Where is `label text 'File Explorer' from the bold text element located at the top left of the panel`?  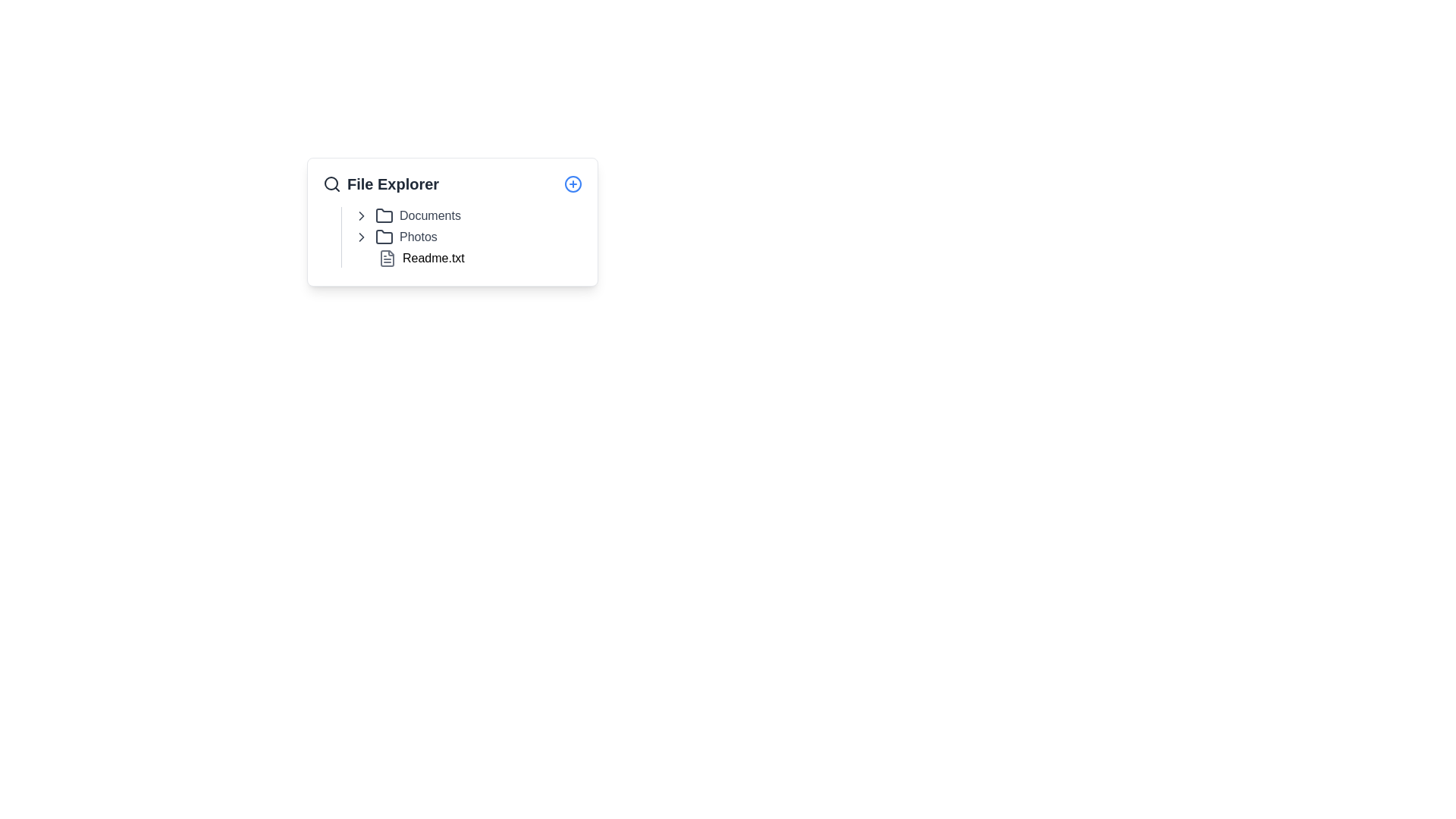
label text 'File Explorer' from the bold text element located at the top left of the panel is located at coordinates (393, 184).